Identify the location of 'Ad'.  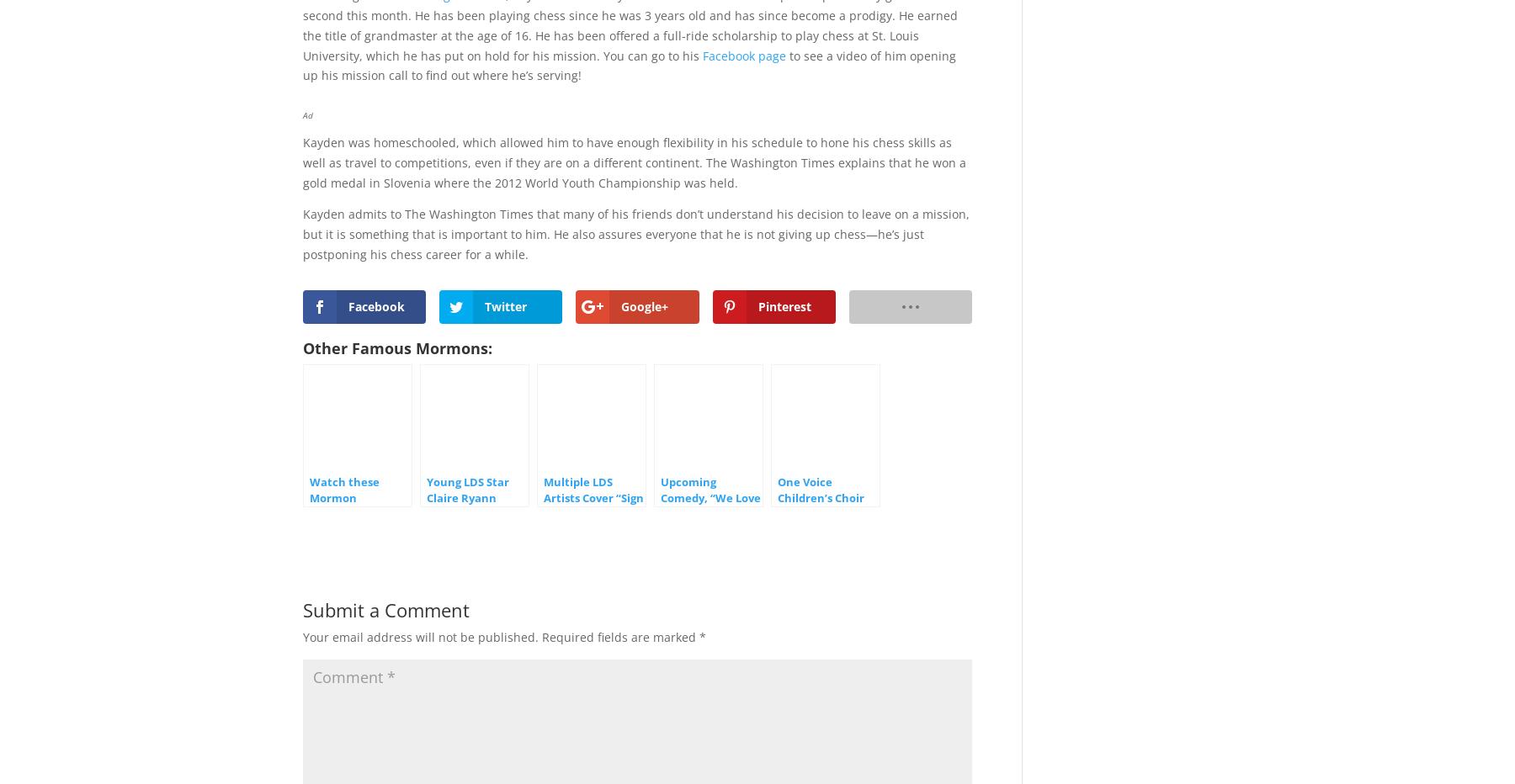
(307, 114).